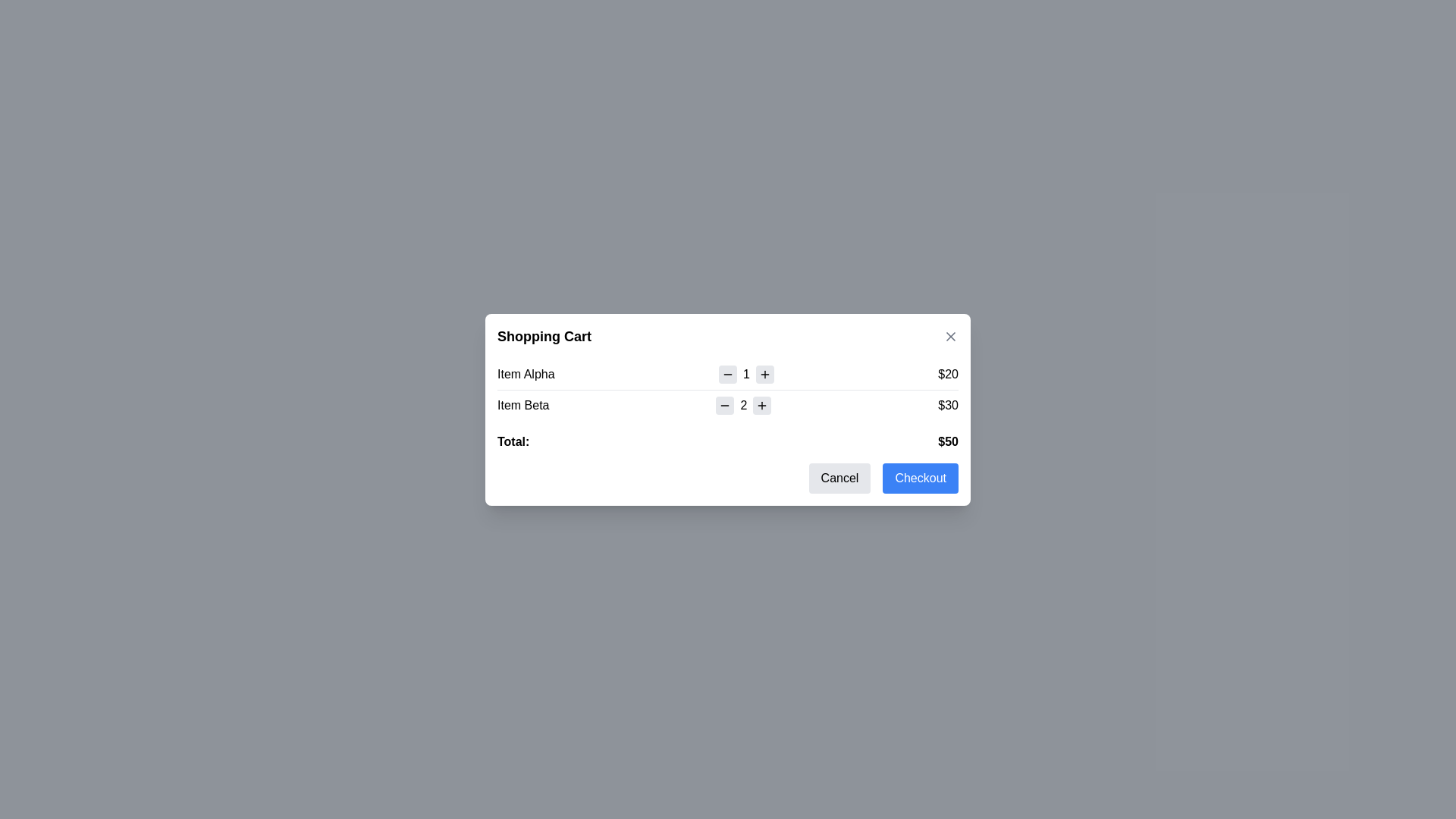 The image size is (1456, 819). I want to click on the close button icon located in the top-right corner of the 'Shopping Cart' modal window, so click(949, 335).